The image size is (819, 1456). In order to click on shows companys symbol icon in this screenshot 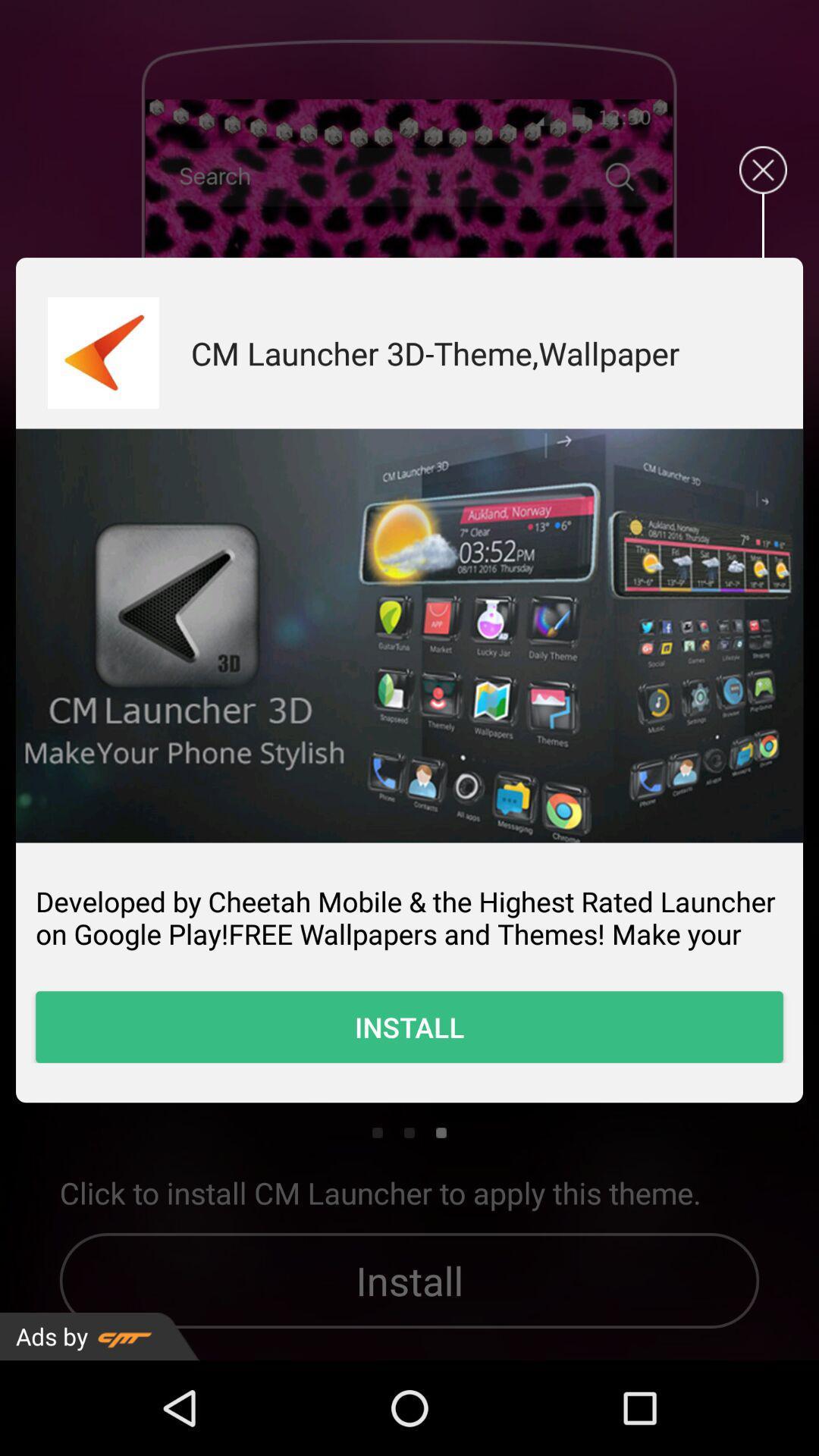, I will do `click(102, 352)`.